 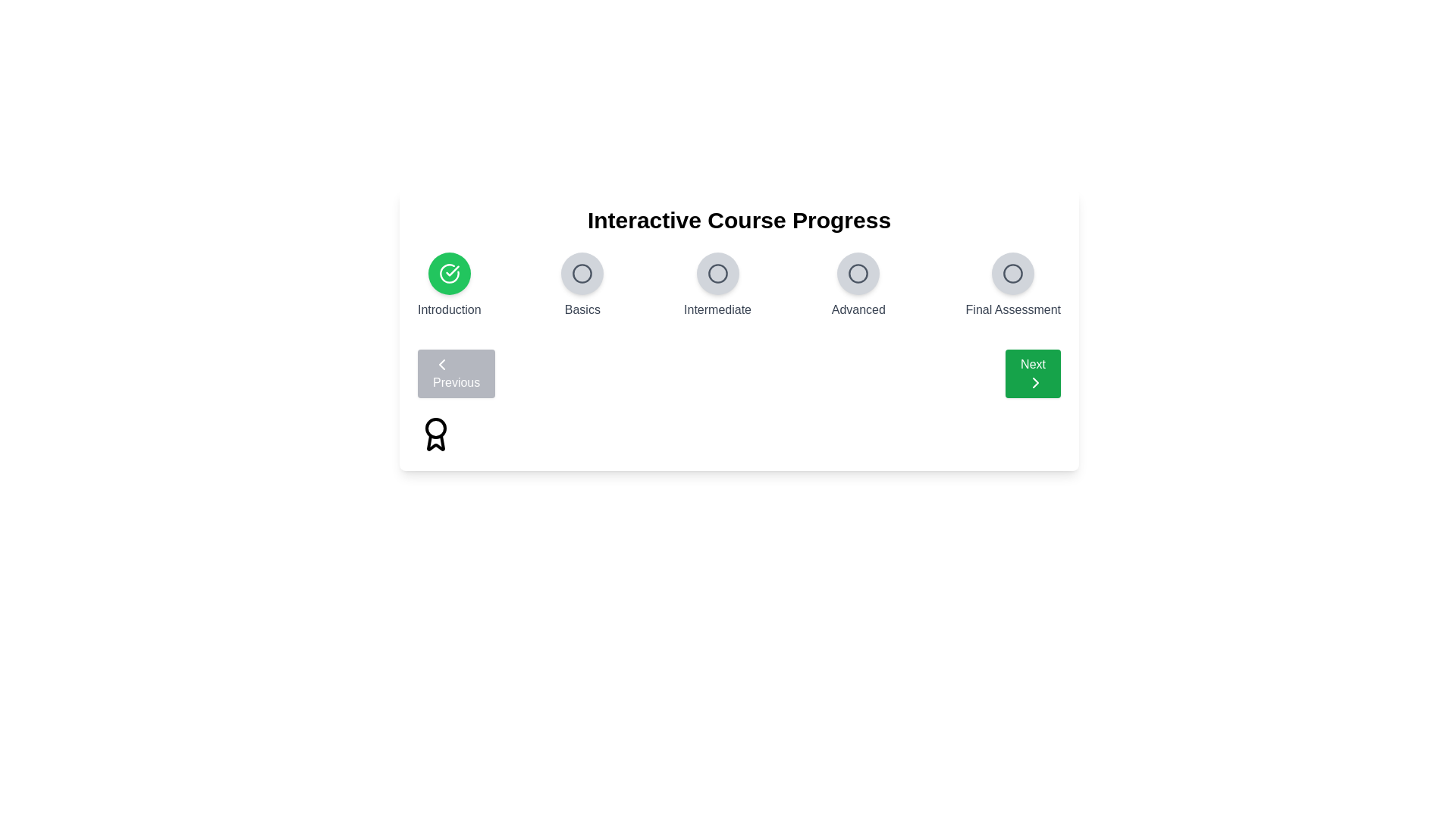 What do you see at coordinates (1013, 274) in the screenshot?
I see `the Circular Progress Step, which is a circular icon with a gray background and a darker gray central border, located in the 'Final Assessment' section of the progress indicator` at bounding box center [1013, 274].